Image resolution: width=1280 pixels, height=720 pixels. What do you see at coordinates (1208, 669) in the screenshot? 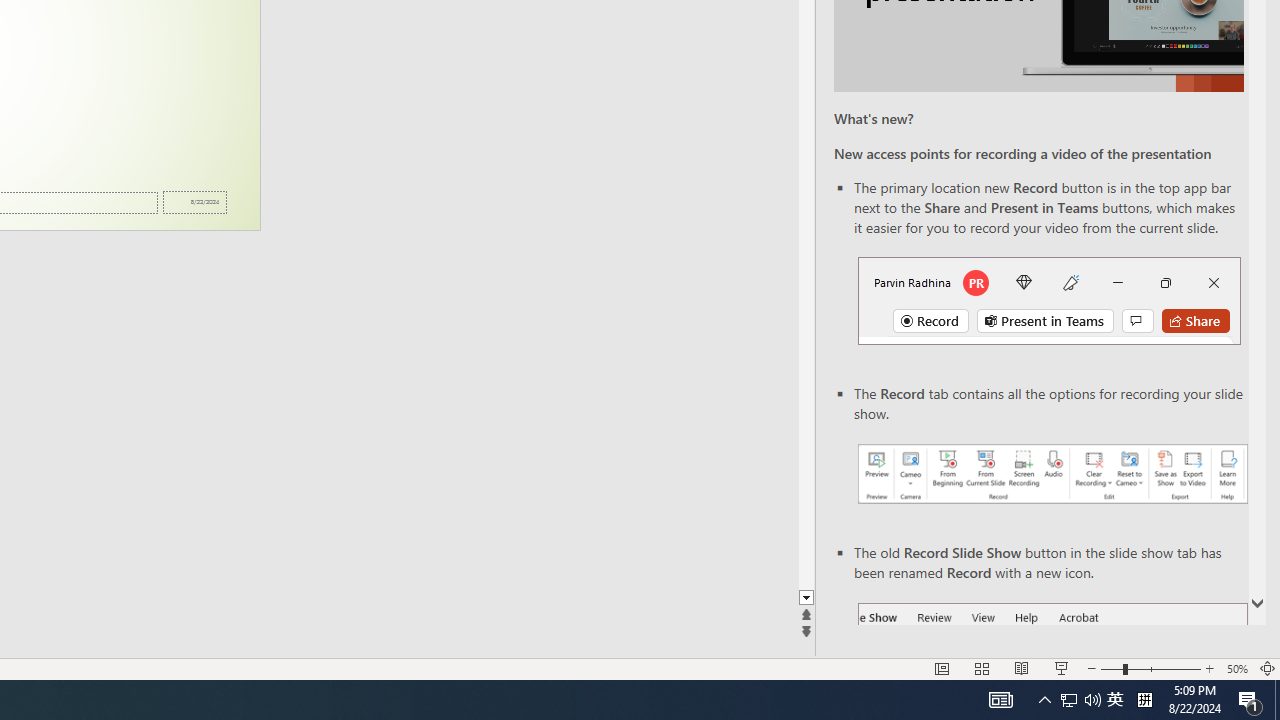
I see `'Zoom In'` at bounding box center [1208, 669].